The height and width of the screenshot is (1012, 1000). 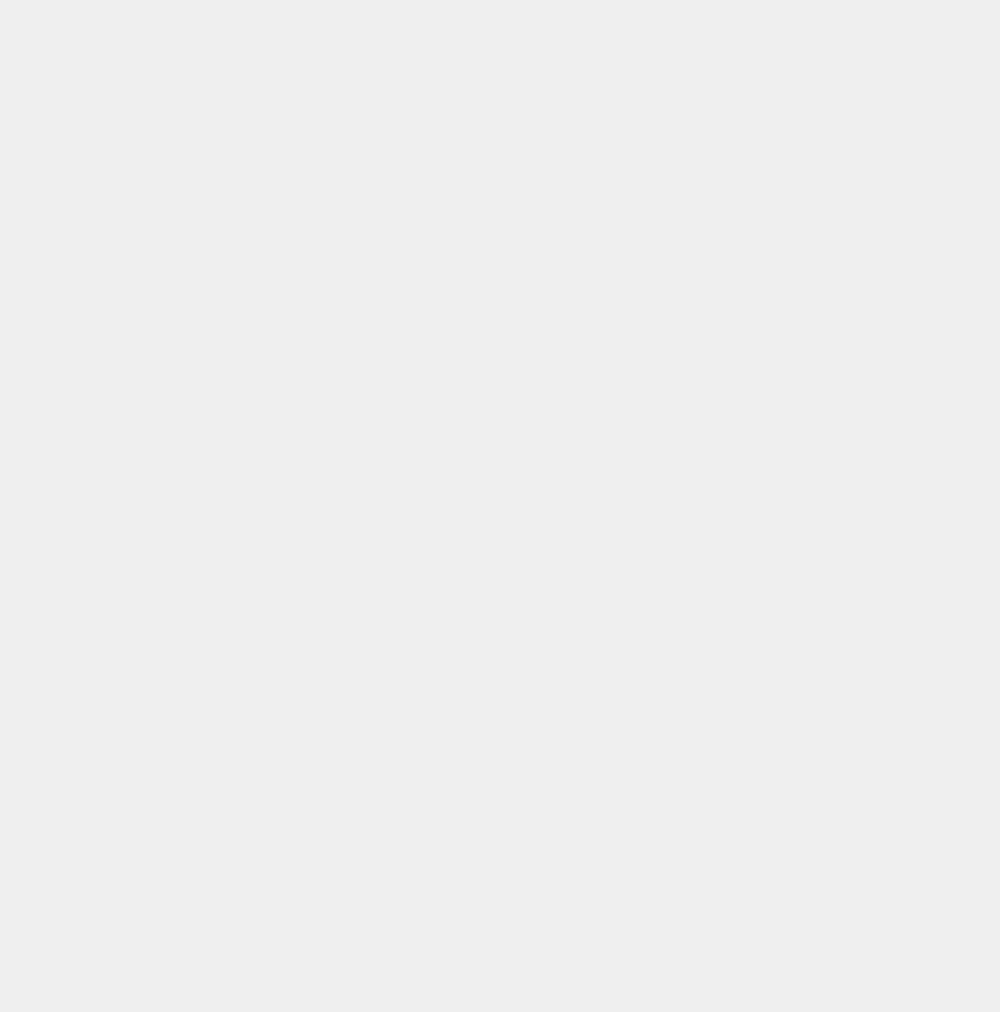 What do you see at coordinates (138, 149) in the screenshot?
I see `'FARM MANAGEMENT'` at bounding box center [138, 149].